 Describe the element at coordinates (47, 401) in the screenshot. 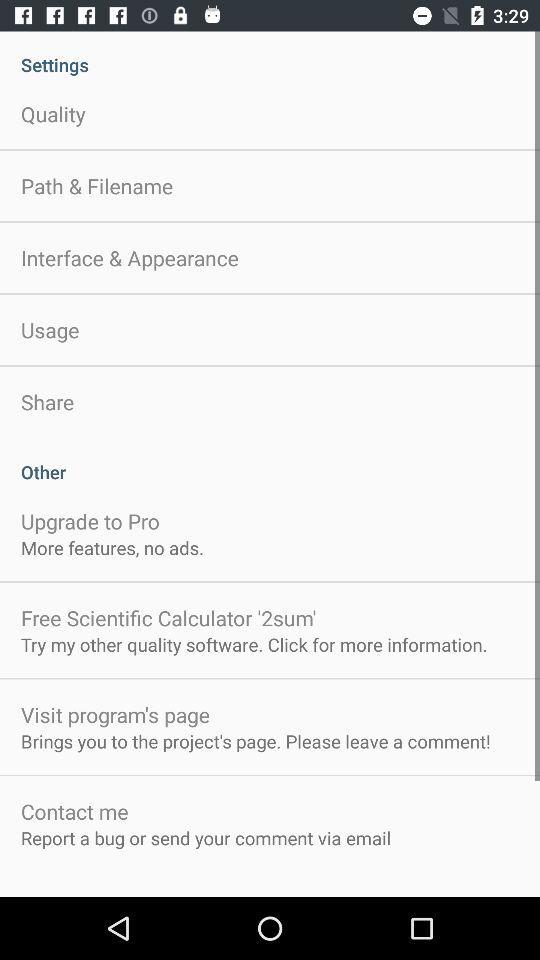

I see `the share app` at that location.